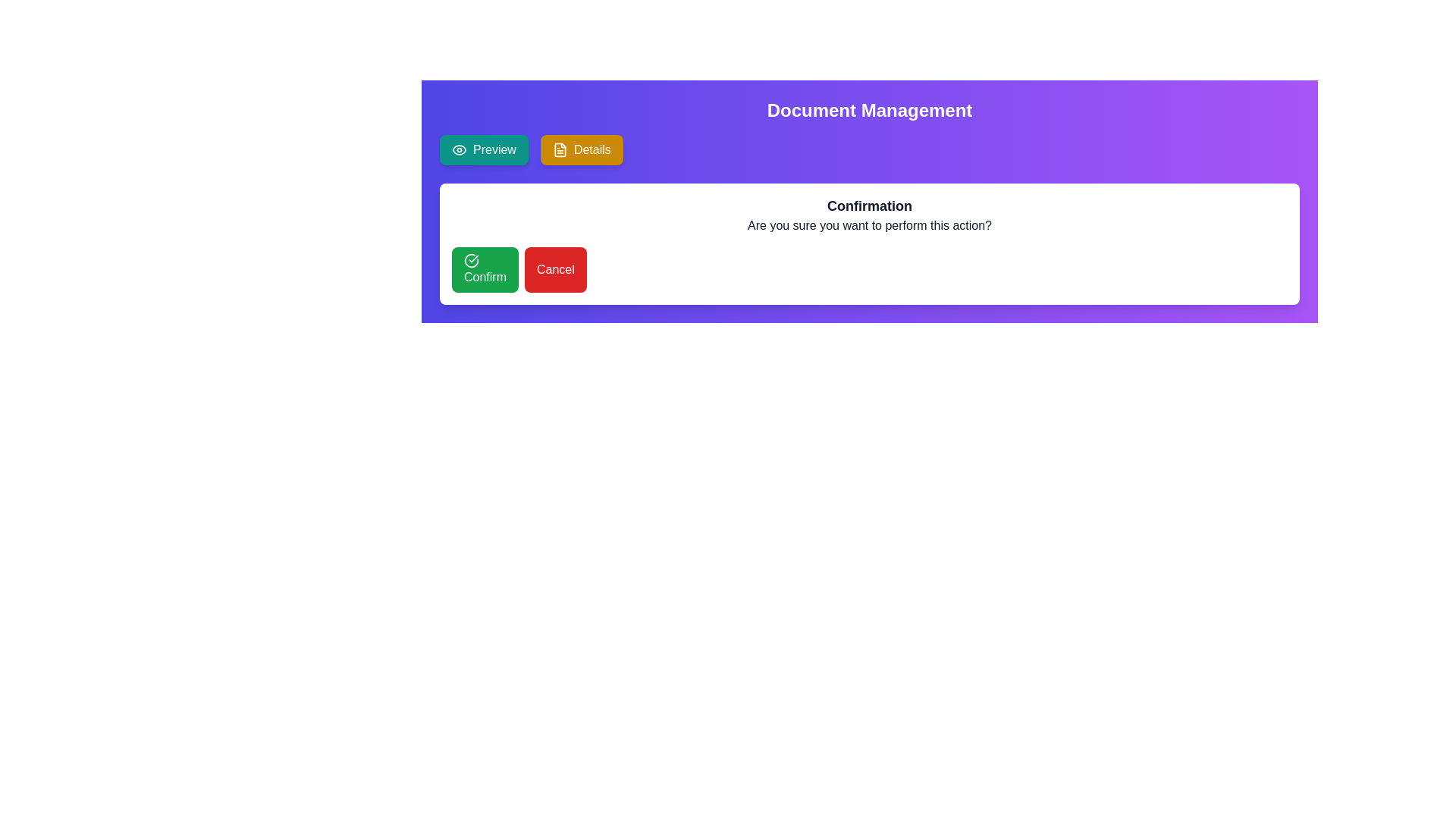 Image resolution: width=1456 pixels, height=819 pixels. Describe the element at coordinates (471, 259) in the screenshot. I see `the circular checkmark icon located to the left of the 'Confirm' text on the green button` at that location.